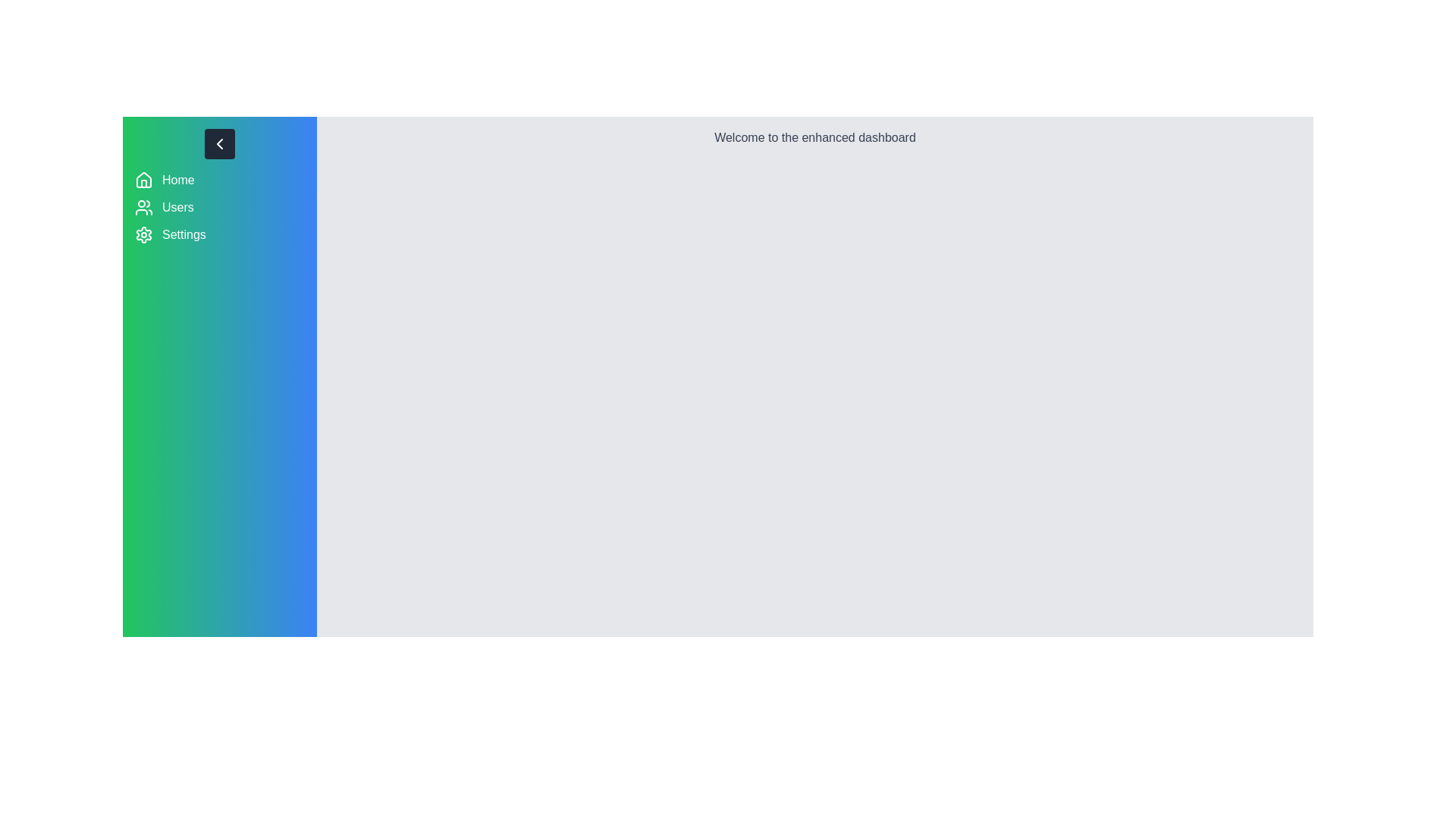  I want to click on the text 'Welcome to the enhanced dashboard' in the main content area, so click(814, 137).